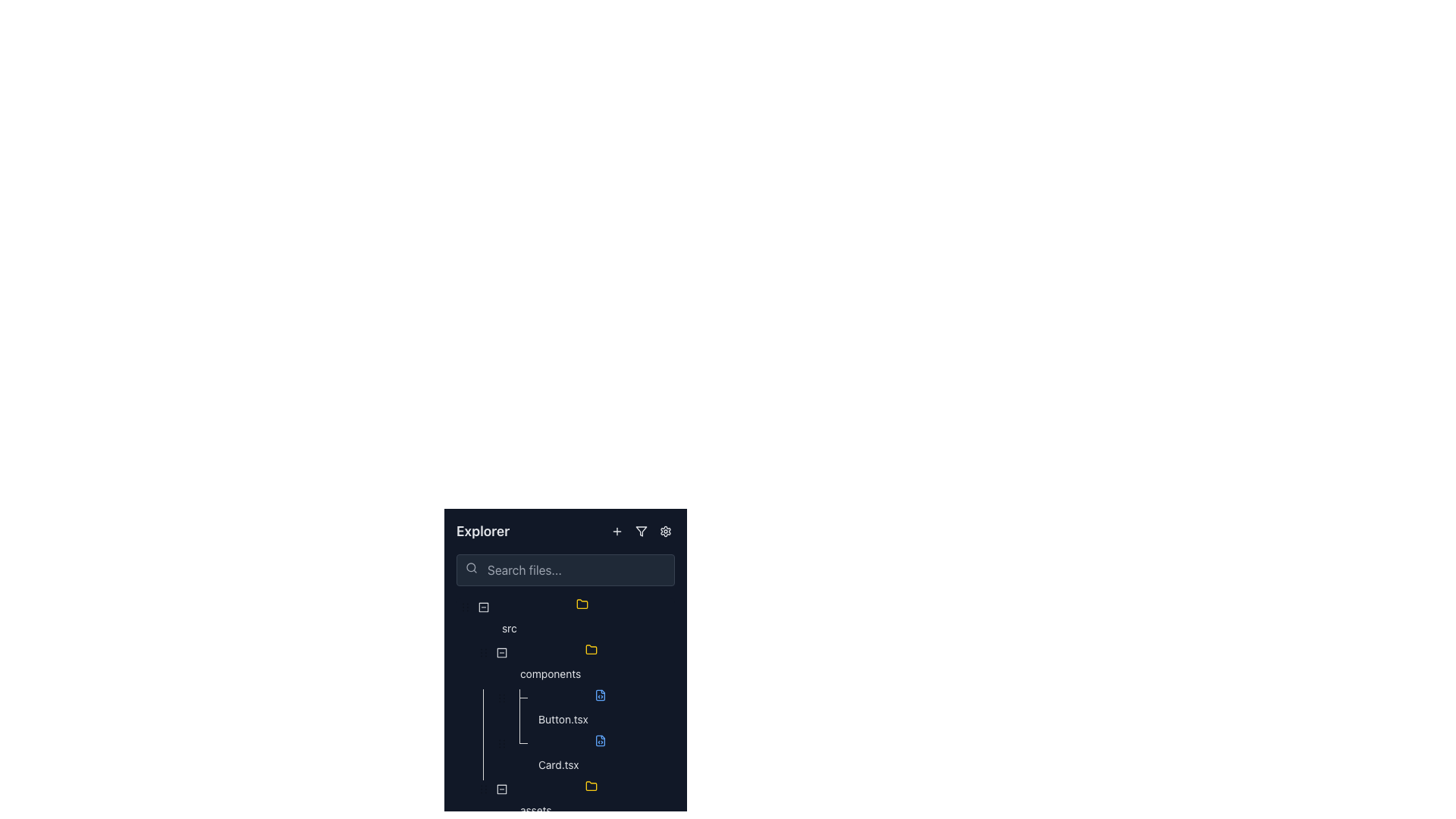  Describe the element at coordinates (590, 648) in the screenshot. I see `the yellow folder icon representing a directory under the 'src' folder in the file browser interface` at that location.